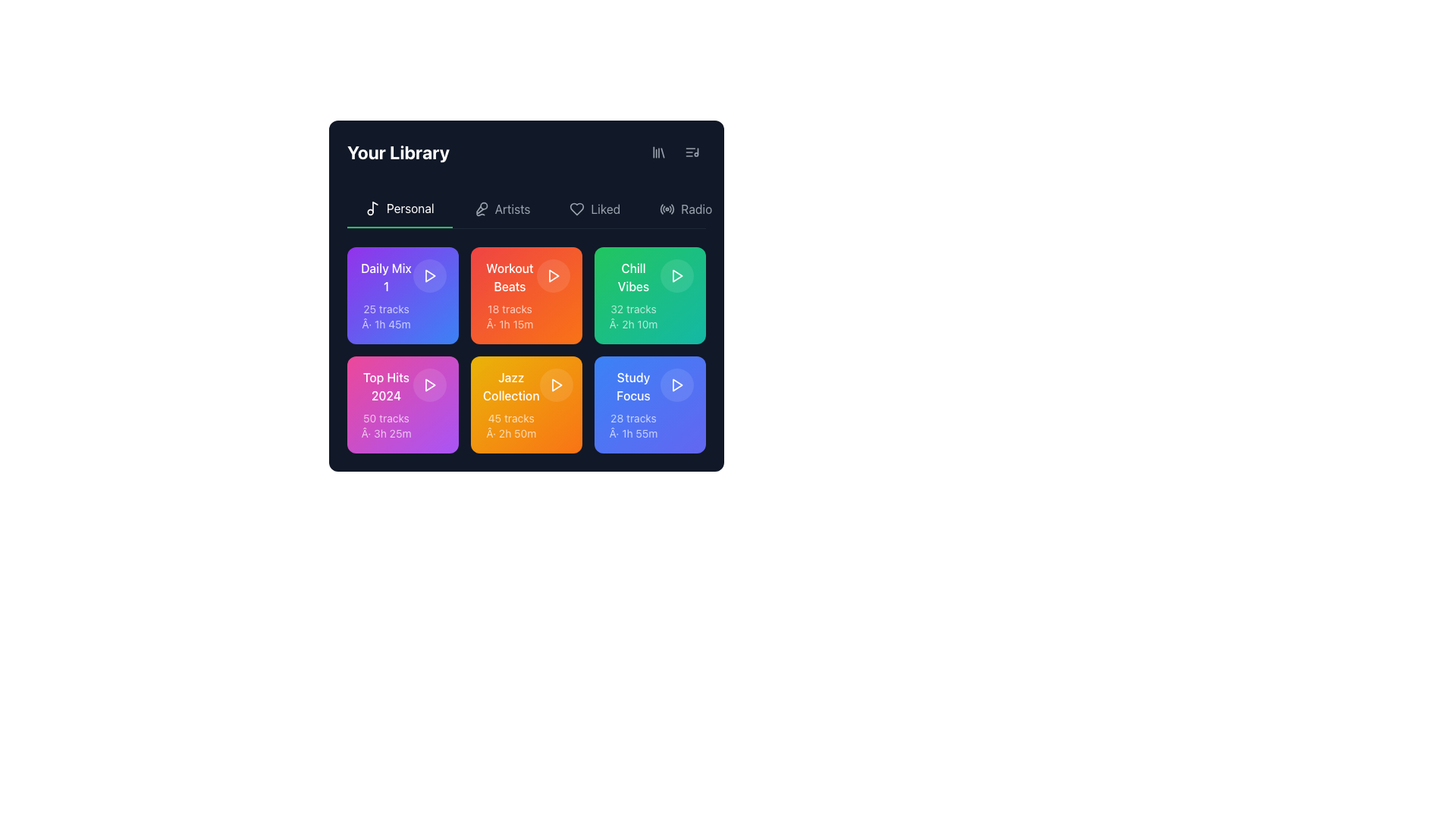 The width and height of the screenshot is (1456, 819). I want to click on the 'Liked' icon in the navigation bar, so click(576, 209).